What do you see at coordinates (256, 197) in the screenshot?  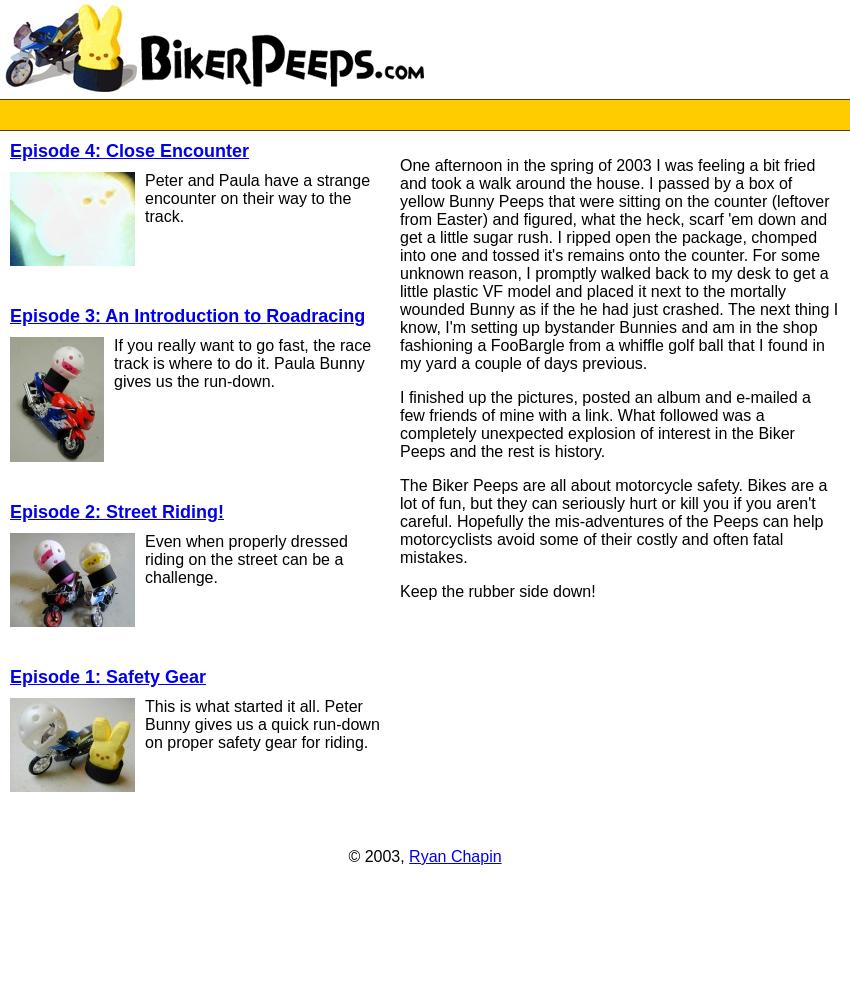 I see `'Peter and Paula have a strange encounter on their way to the track.'` at bounding box center [256, 197].